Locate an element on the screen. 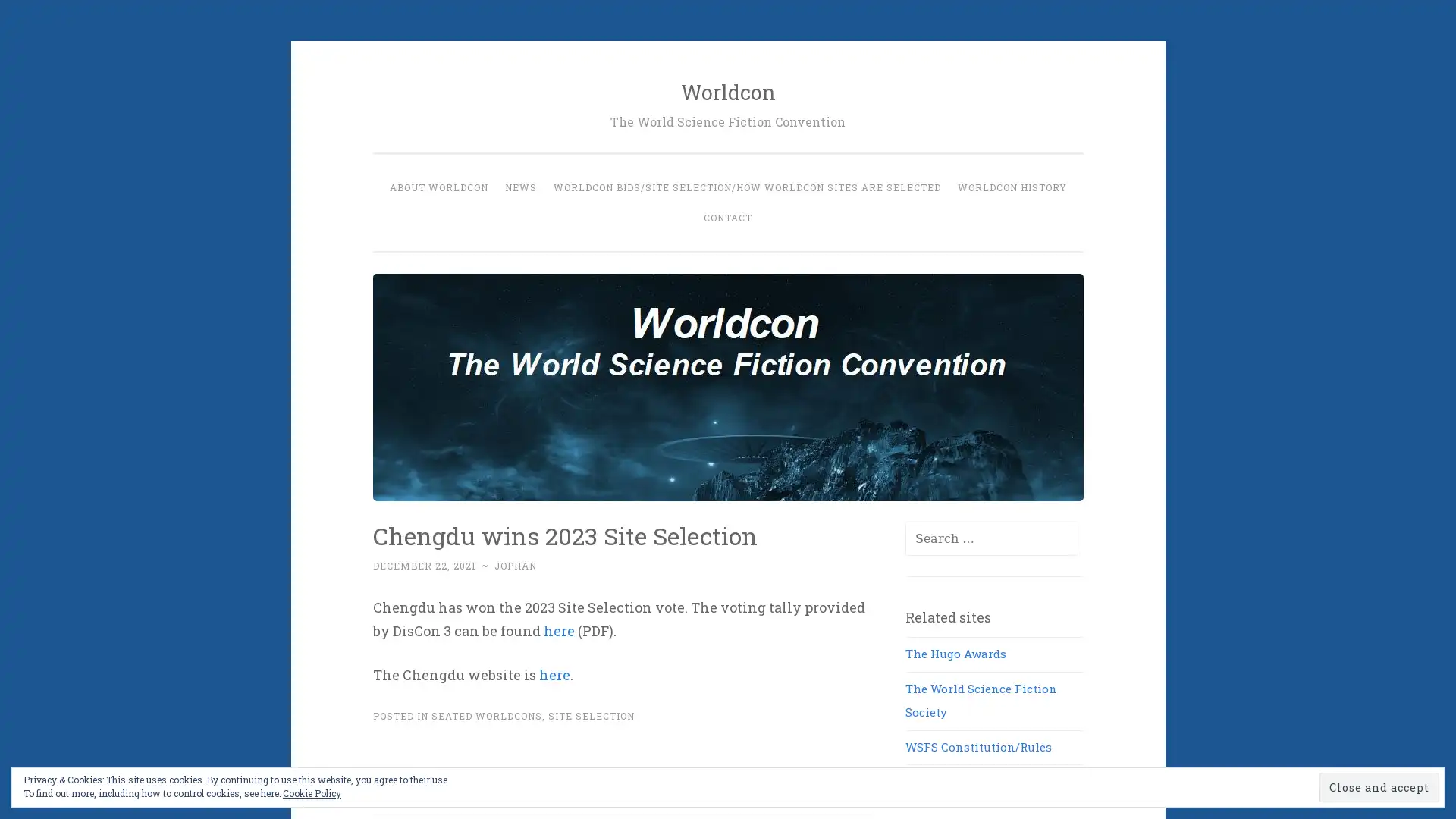  Close and accept is located at coordinates (1379, 786).